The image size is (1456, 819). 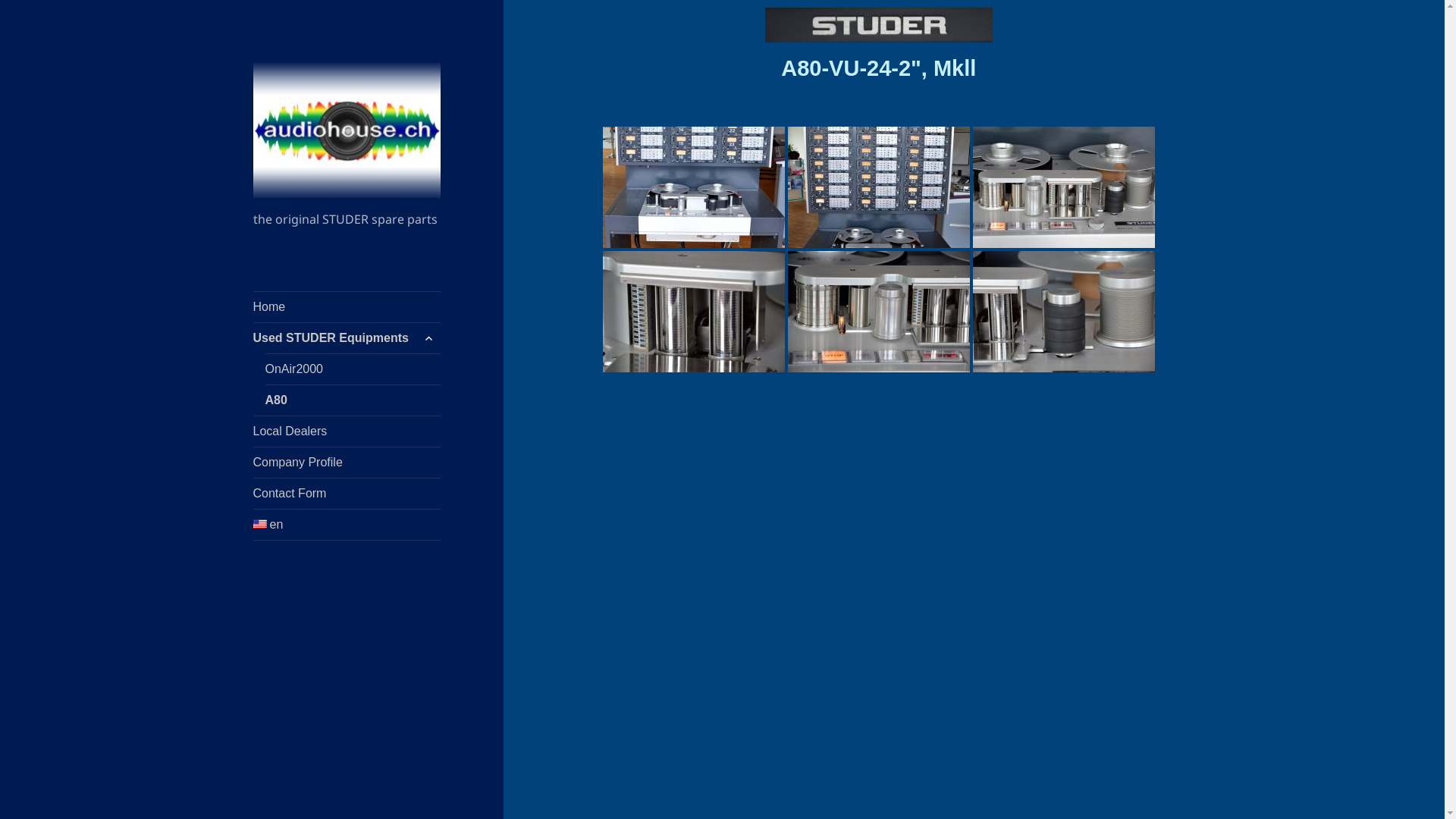 I want to click on 'A80-VU-24-239-5-scaled', so click(x=693, y=311).